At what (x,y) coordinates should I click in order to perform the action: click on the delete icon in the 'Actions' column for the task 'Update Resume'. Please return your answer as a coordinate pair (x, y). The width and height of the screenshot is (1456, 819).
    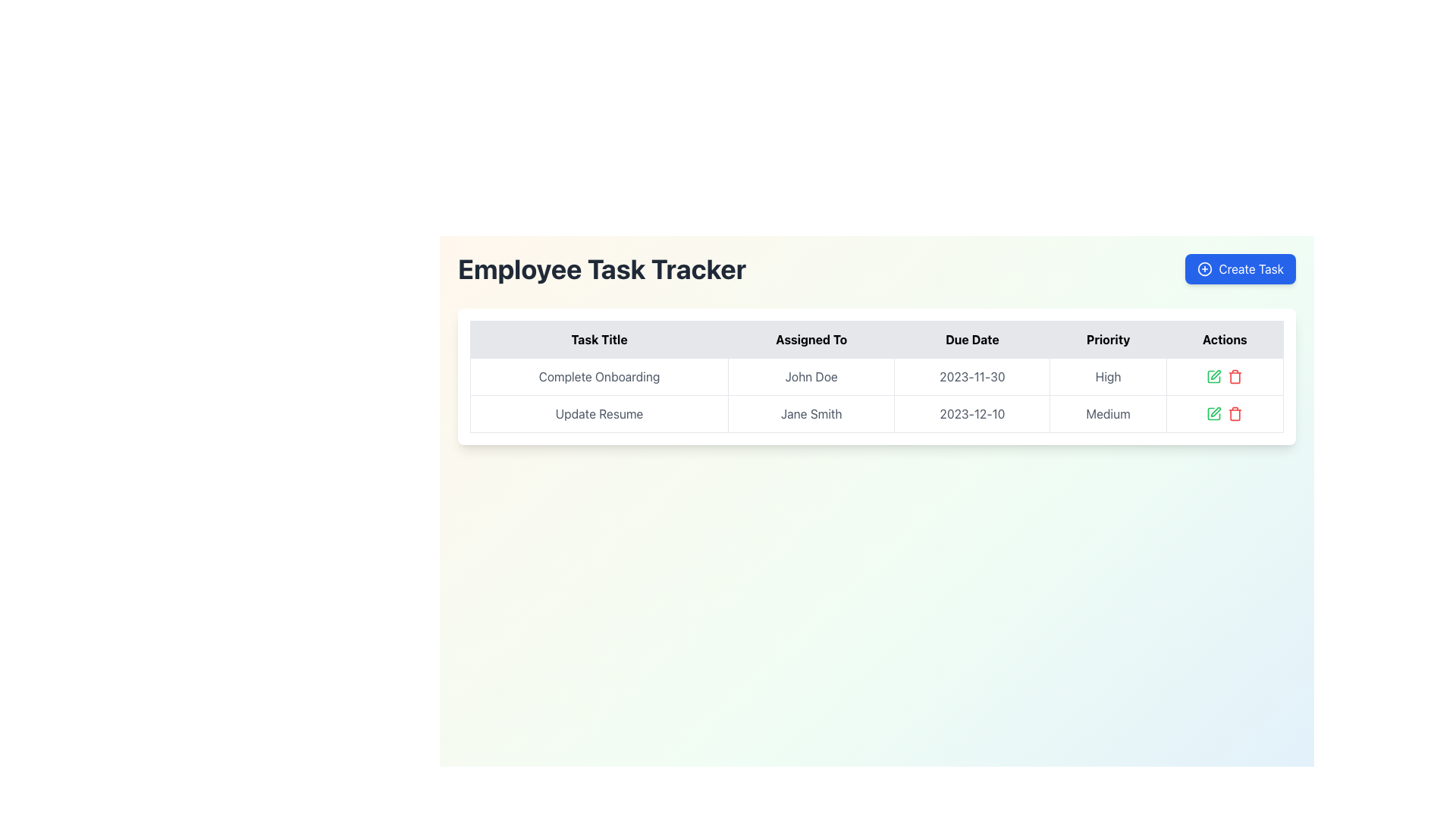
    Looking at the image, I should click on (1235, 415).